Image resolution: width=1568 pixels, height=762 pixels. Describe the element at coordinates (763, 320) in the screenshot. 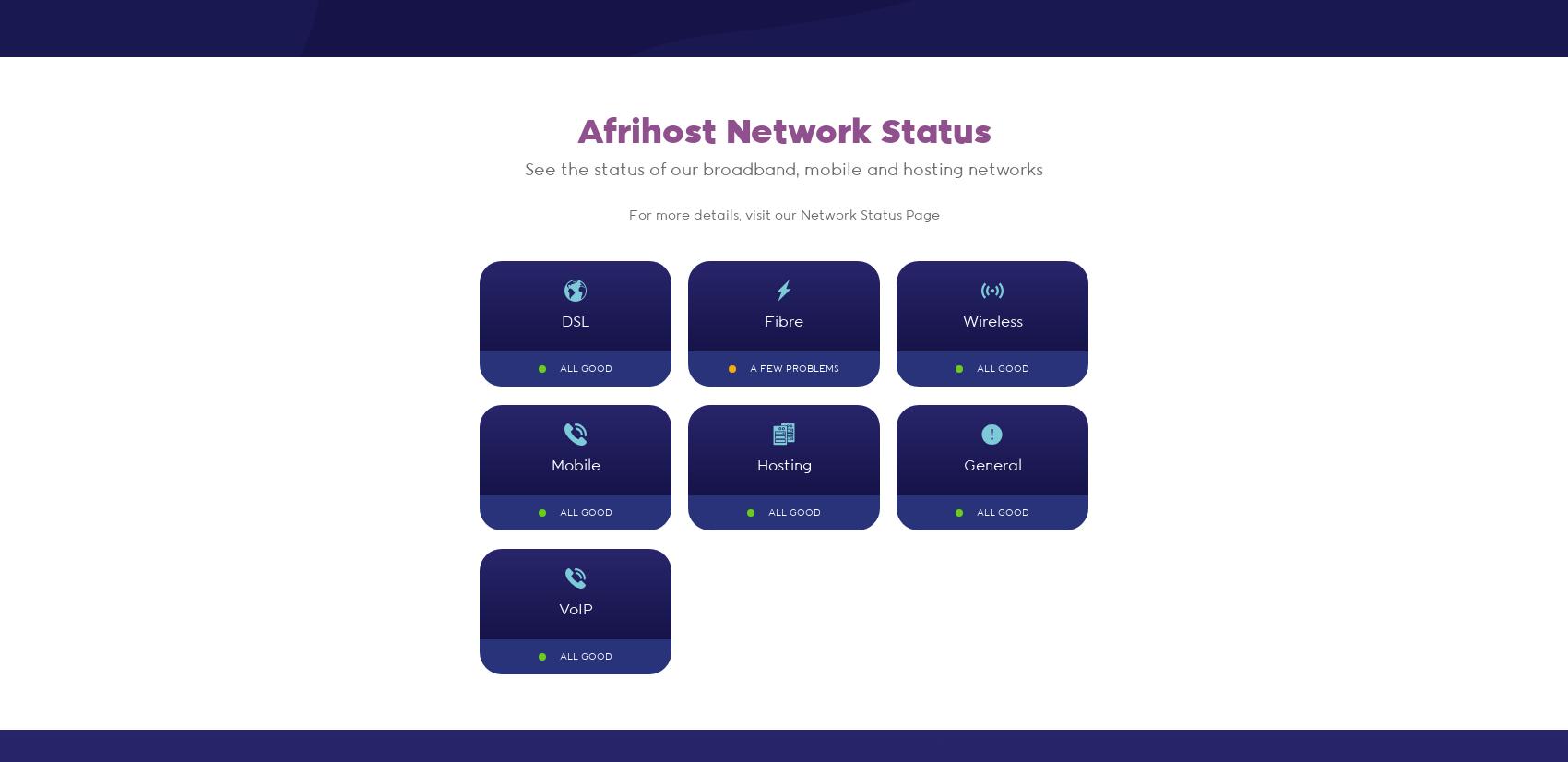

I see `'Fibre'` at that location.